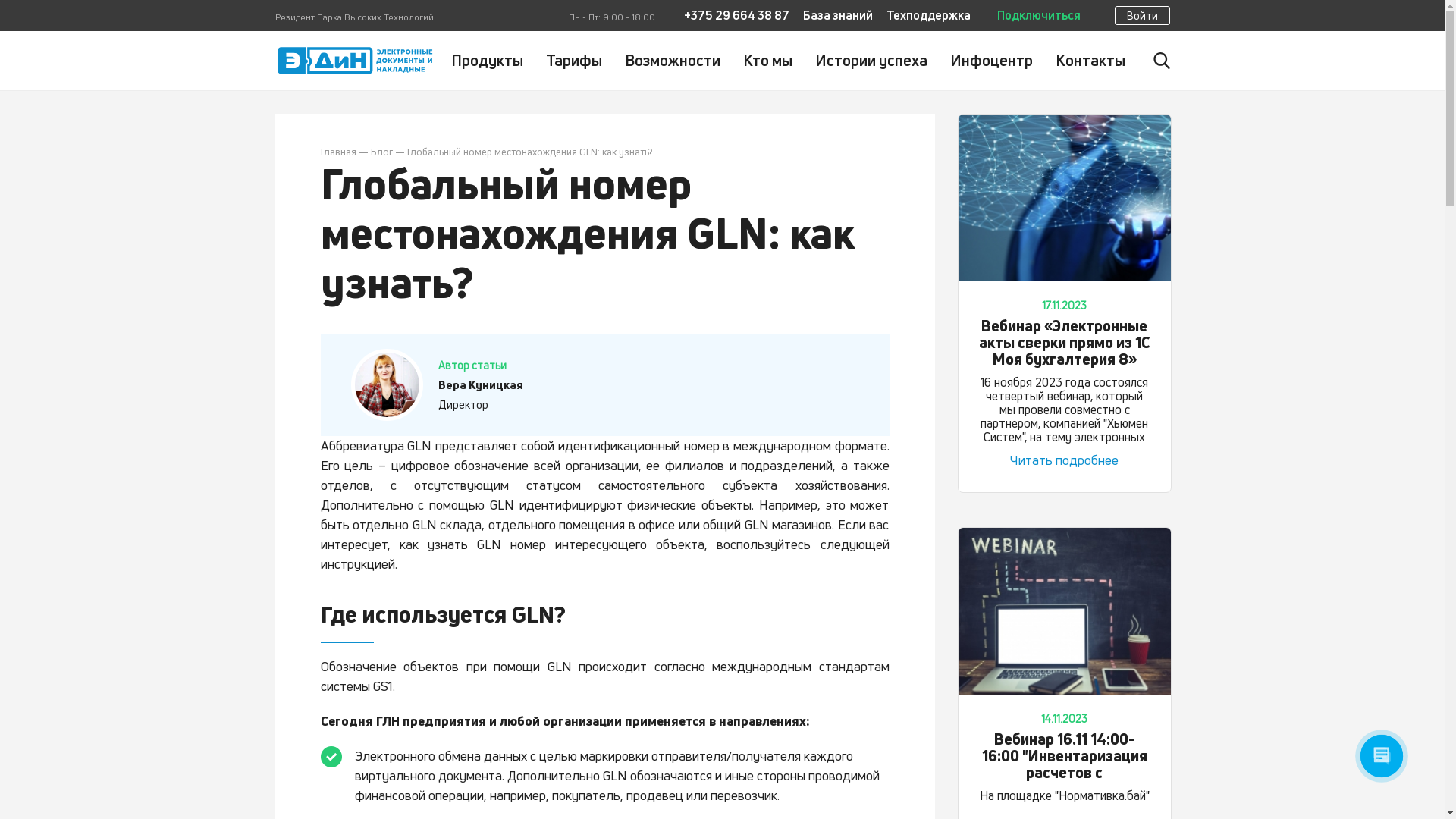  What do you see at coordinates (736, 15) in the screenshot?
I see `'+375 29 664 38 87'` at bounding box center [736, 15].